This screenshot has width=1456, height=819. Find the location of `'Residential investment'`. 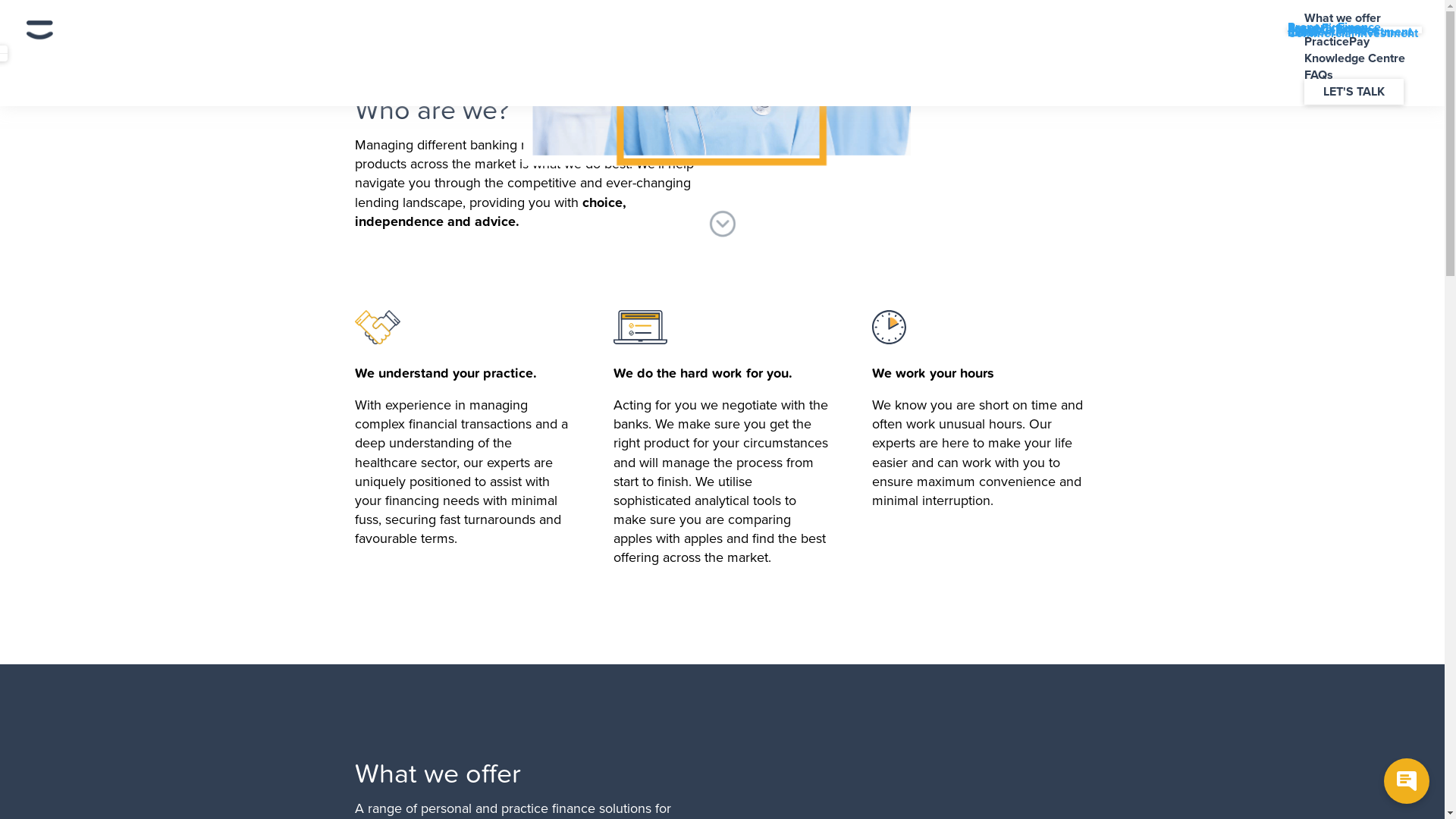

'Residential investment' is located at coordinates (1287, 32).